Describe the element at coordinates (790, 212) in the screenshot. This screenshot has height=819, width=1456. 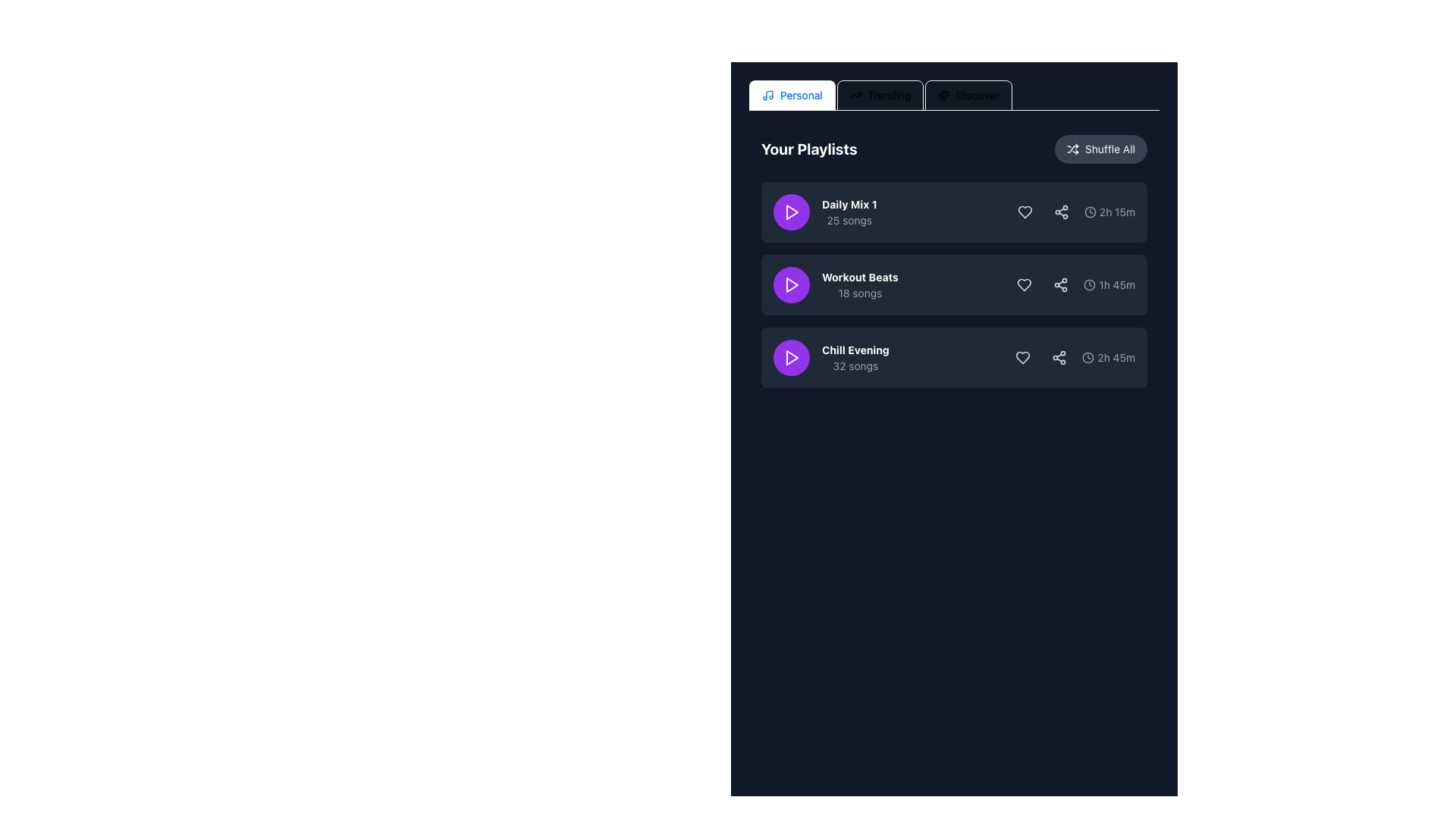
I see `the button that initiates playback for the 'Daily Mix 1' playlist, located` at that location.